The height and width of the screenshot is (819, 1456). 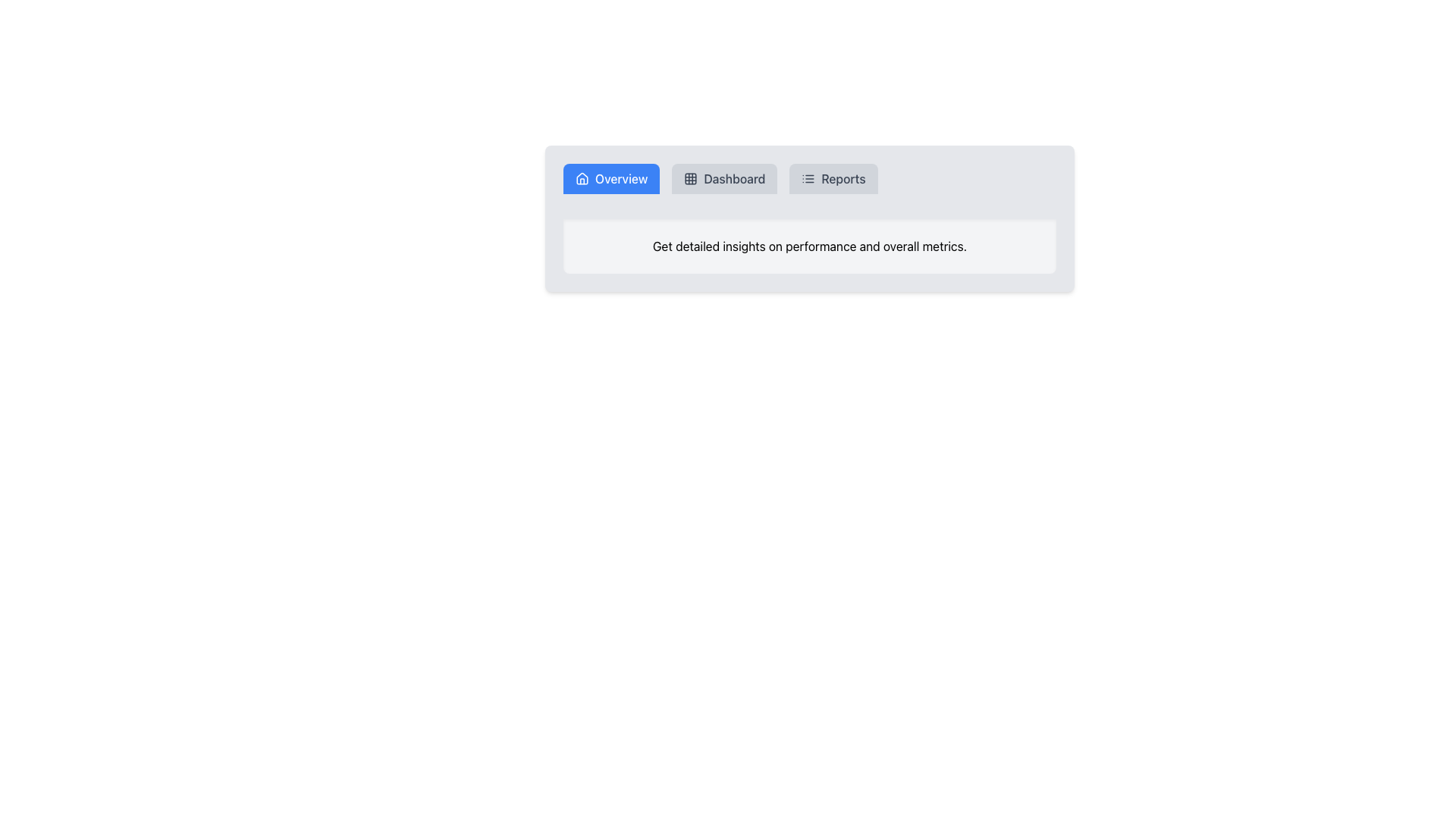 I want to click on the Dashboard icon in the navigation bar, positioned left of the 'Dashboard' text label, so click(x=690, y=177).